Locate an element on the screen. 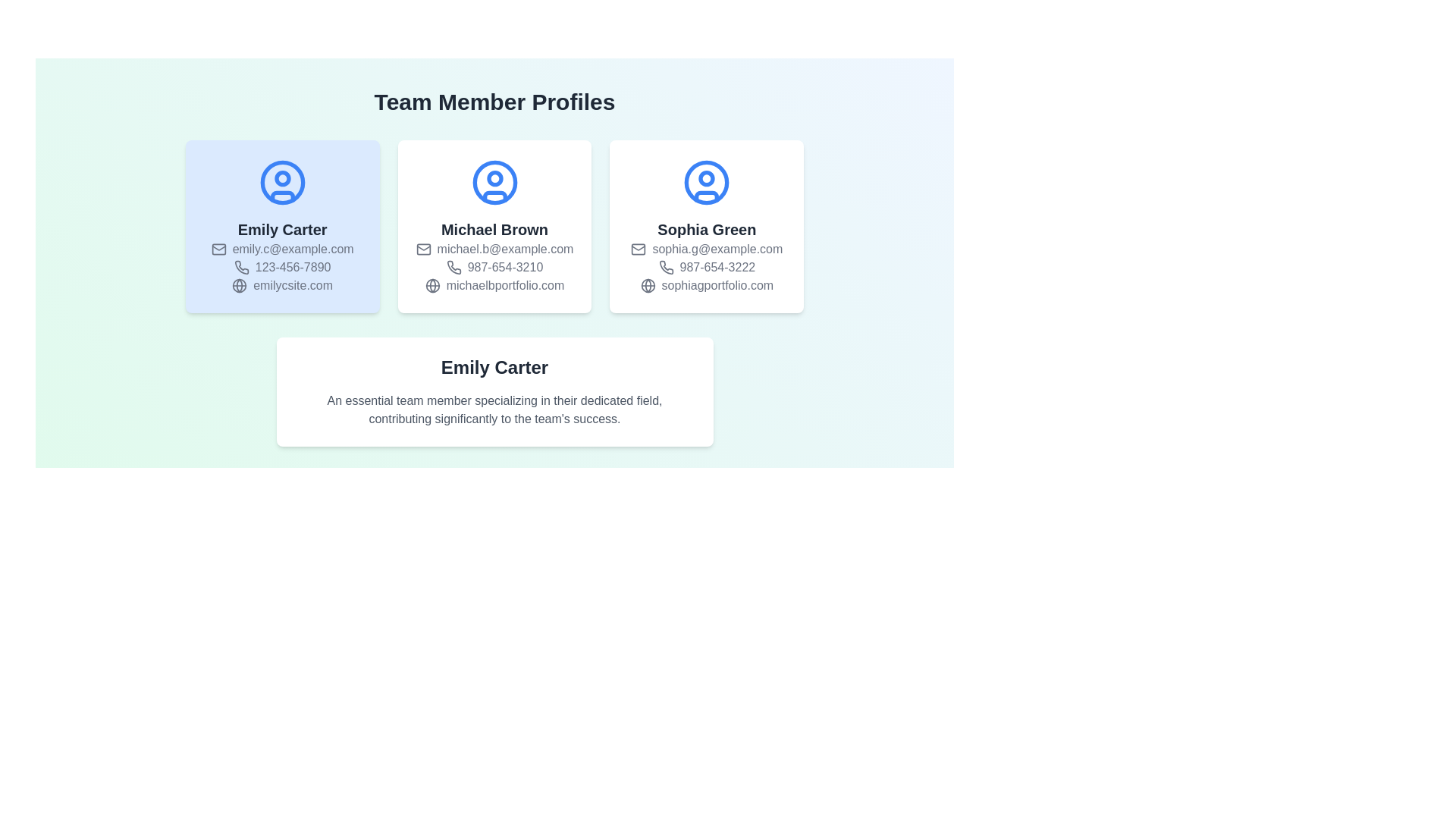  the circular blue user silhouette icon located at the top center of Michael Brown's profile card is located at coordinates (494, 181).